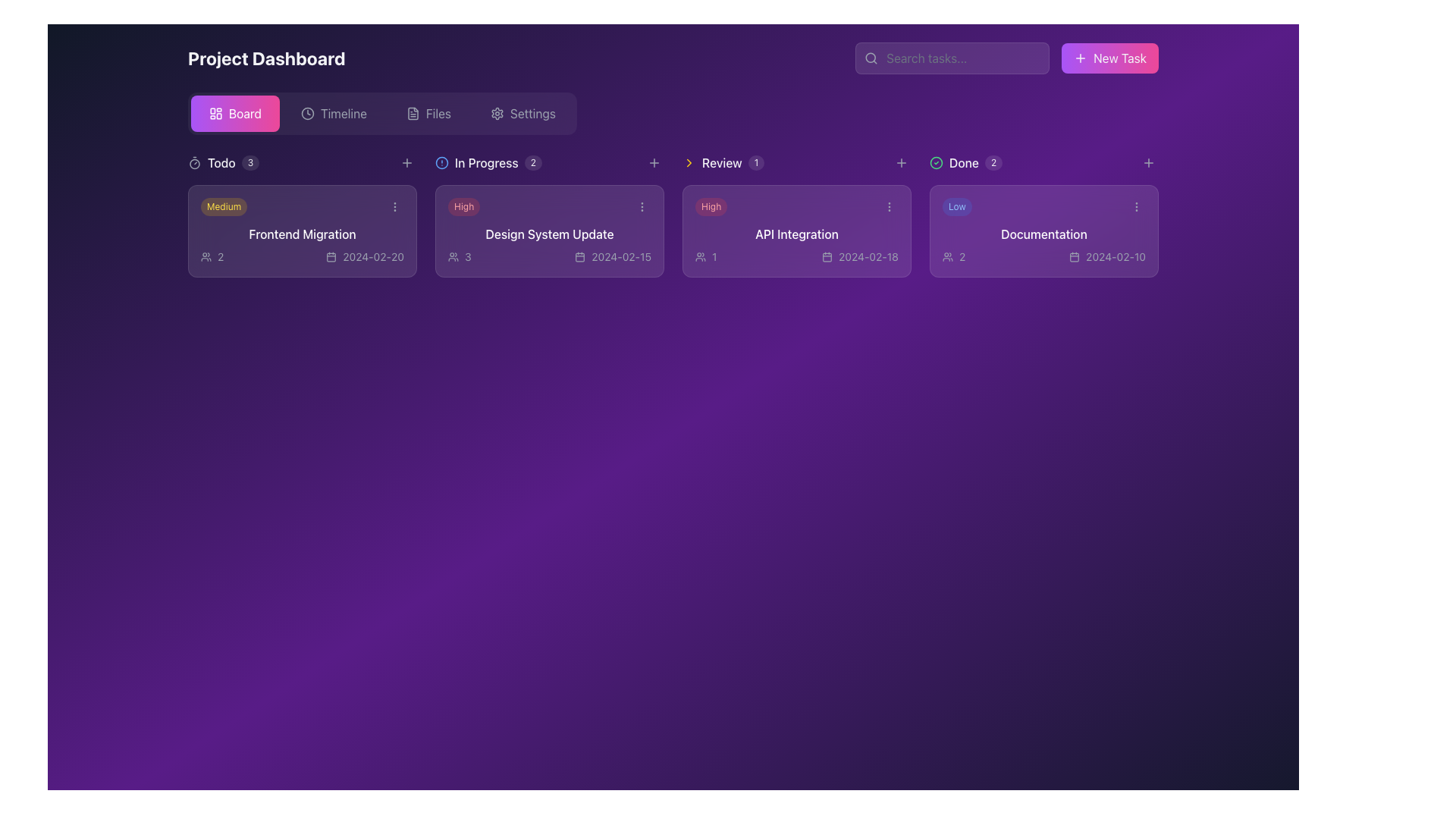 Image resolution: width=1456 pixels, height=819 pixels. I want to click on Label indicating the priority or status of the task associated with the 'API Integration' card in the 'Review' column of the 'Project Dashboard', so click(796, 207).